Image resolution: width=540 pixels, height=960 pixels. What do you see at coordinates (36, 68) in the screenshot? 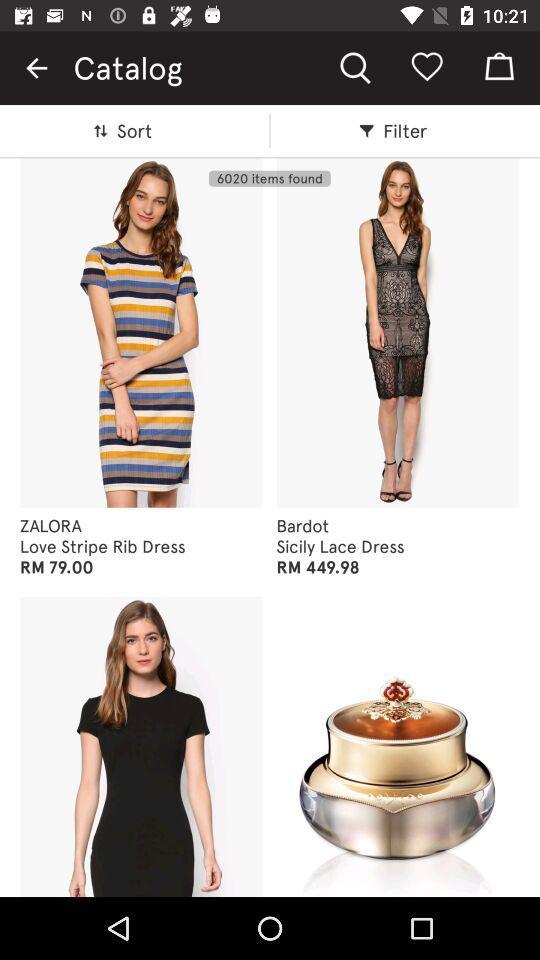
I see `the item to the left of catalog icon` at bounding box center [36, 68].